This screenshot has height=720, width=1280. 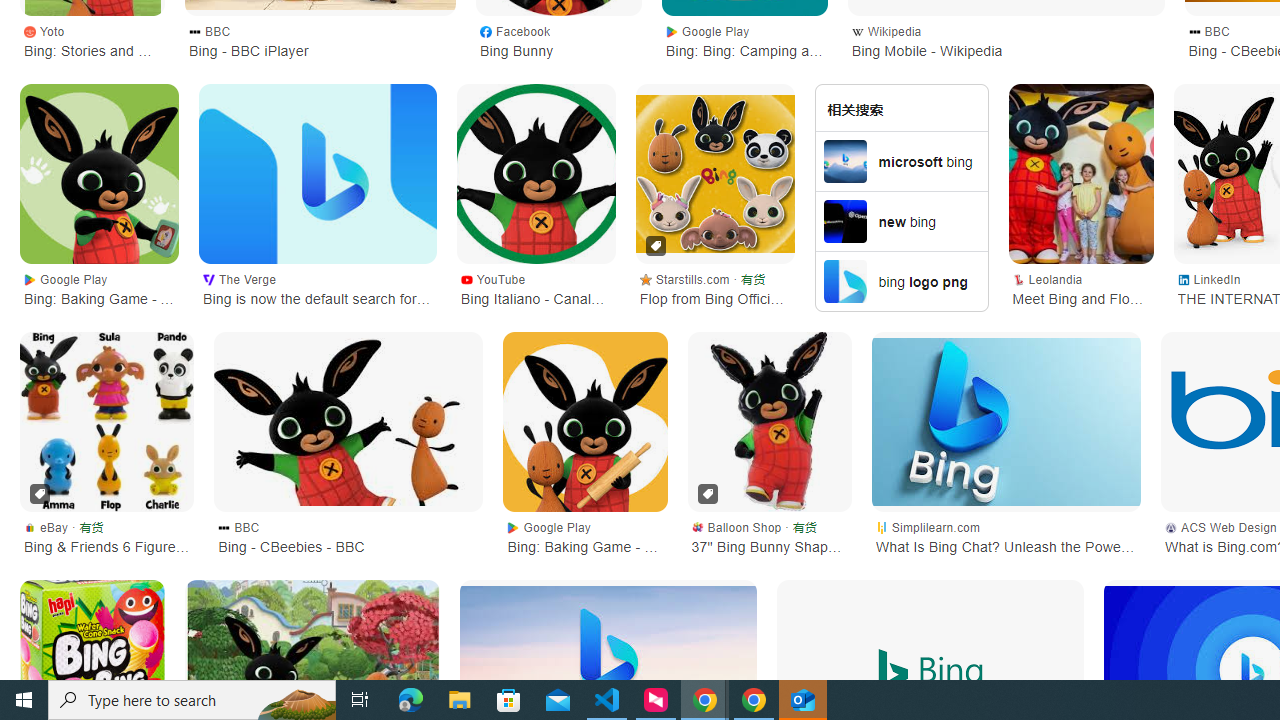 What do you see at coordinates (320, 39) in the screenshot?
I see `'BBC Bing - BBC iPlayer'` at bounding box center [320, 39].